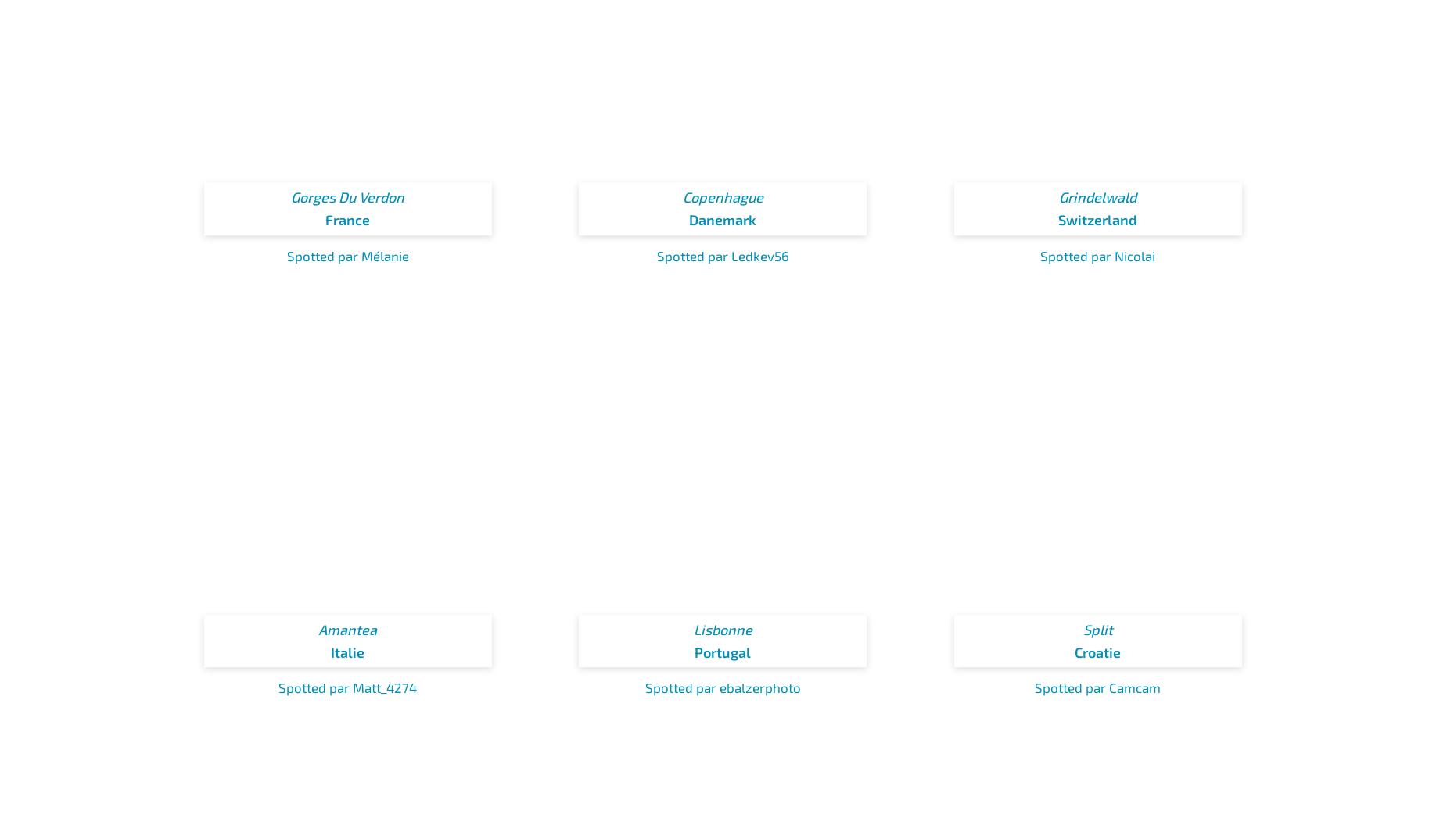  Describe the element at coordinates (346, 651) in the screenshot. I see `'Italie'` at that location.